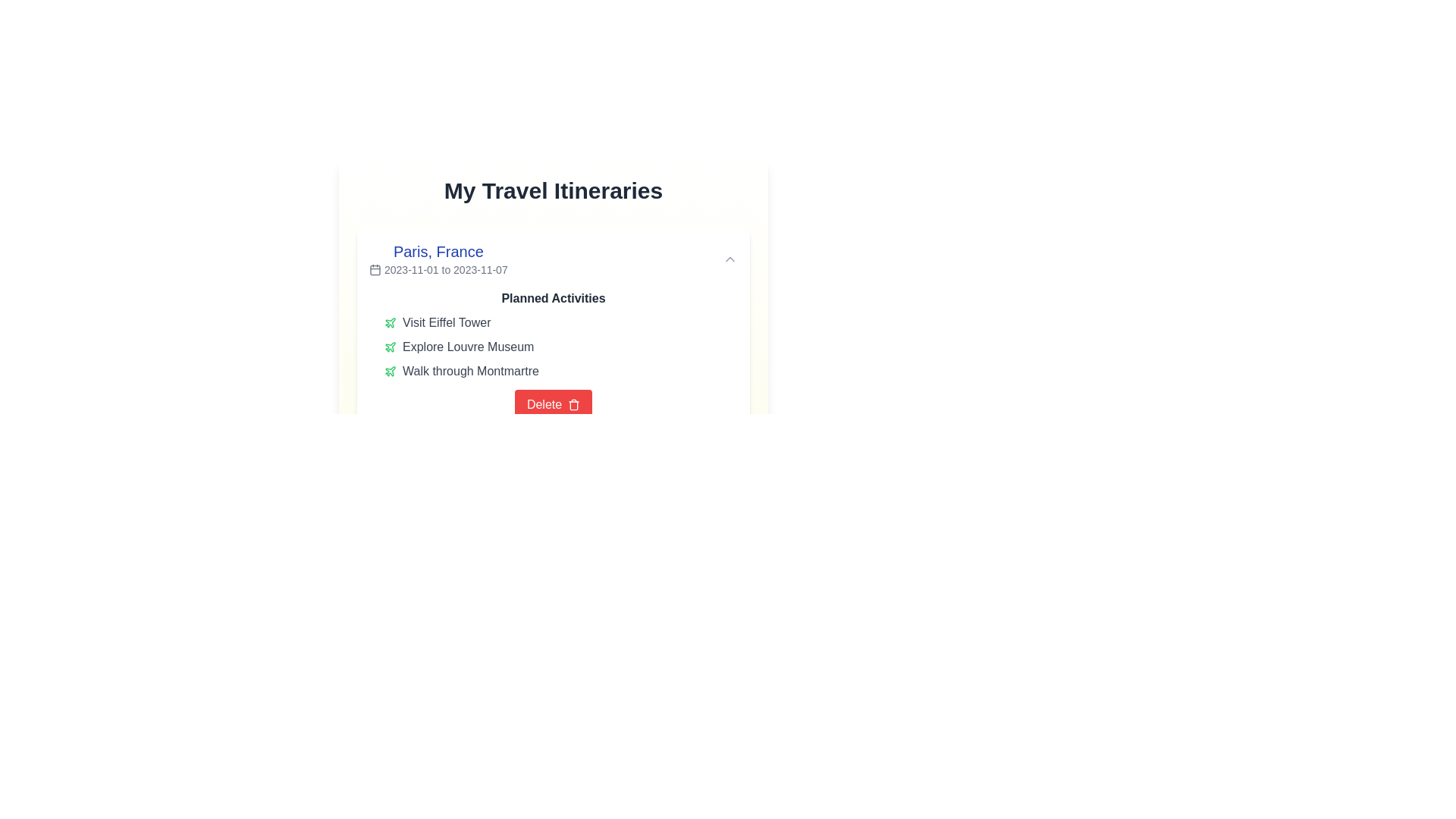  Describe the element at coordinates (552, 403) in the screenshot. I see `the delete button located at the bottom of the 'Planned Activities' section to change its background color` at that location.